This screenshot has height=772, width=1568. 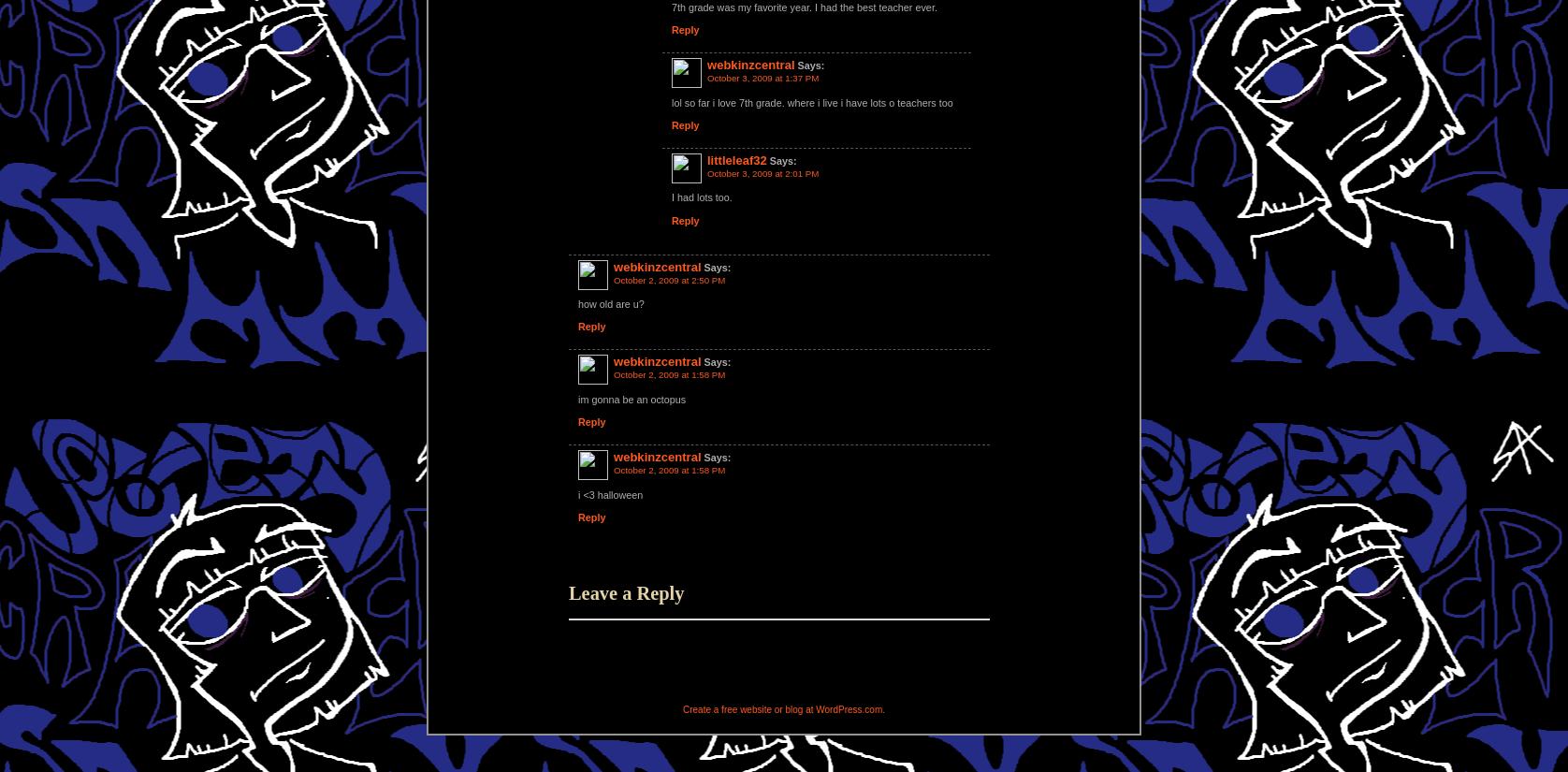 What do you see at coordinates (609, 302) in the screenshot?
I see `'how old are u?'` at bounding box center [609, 302].